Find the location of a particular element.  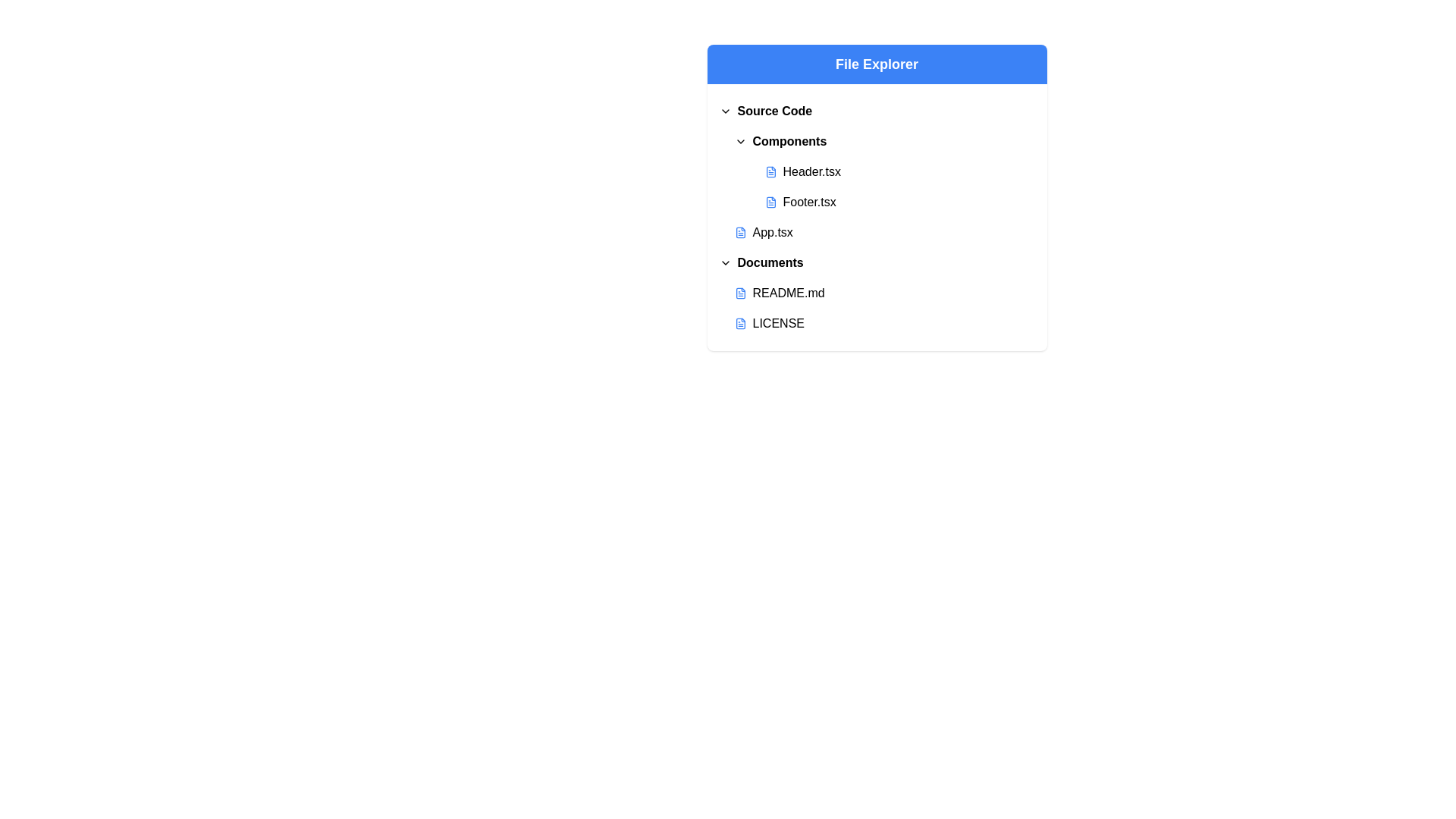

the selectable file entry 'App.tsx' in the file explorer, located in the 'Components' subsection of the 'Source Code' category is located at coordinates (877, 233).